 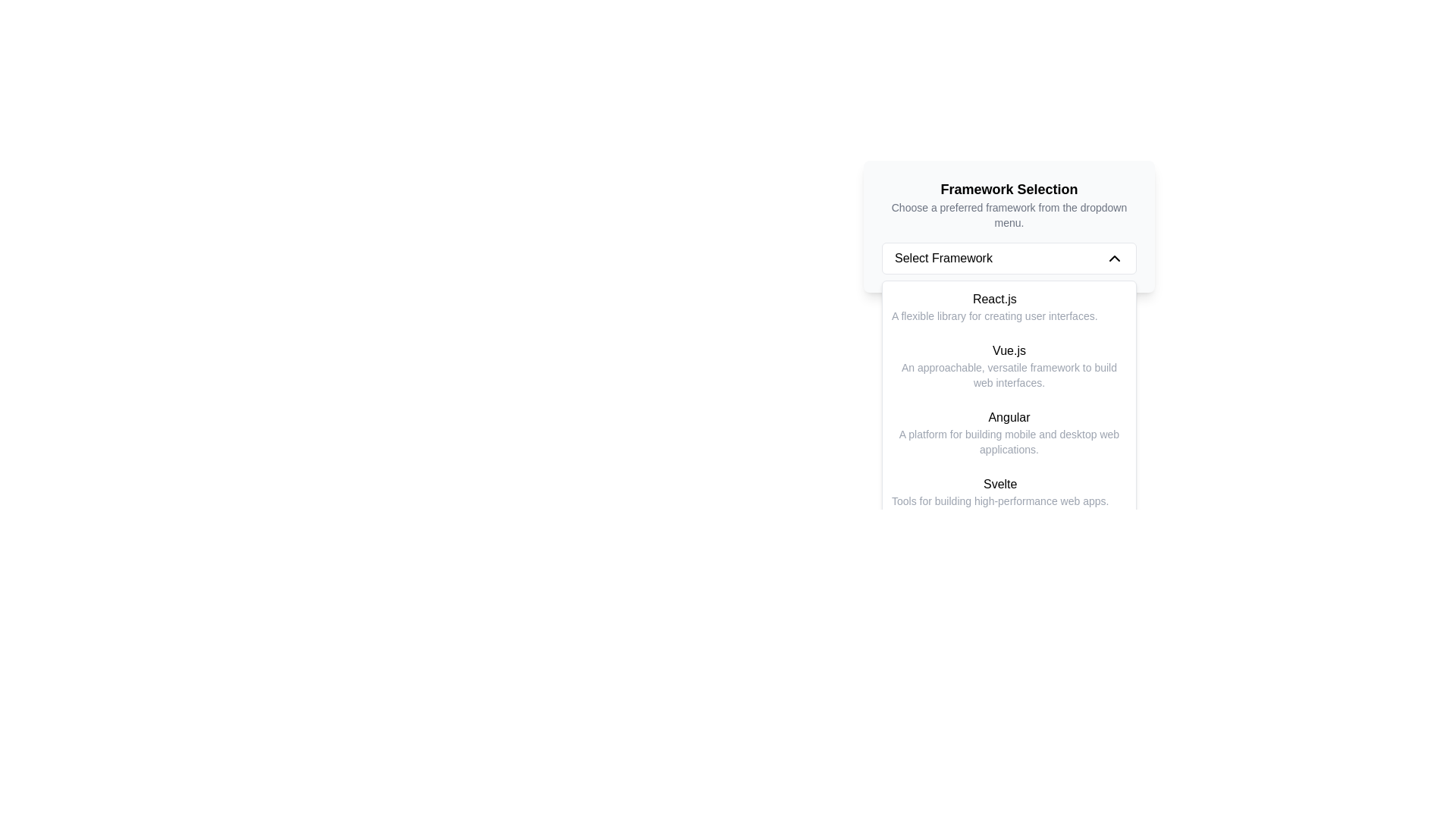 What do you see at coordinates (1000, 491) in the screenshot?
I see `List item with header 'Svelte' and subheader 'Tools for building high-performance web apps.' for informational purposes` at bounding box center [1000, 491].